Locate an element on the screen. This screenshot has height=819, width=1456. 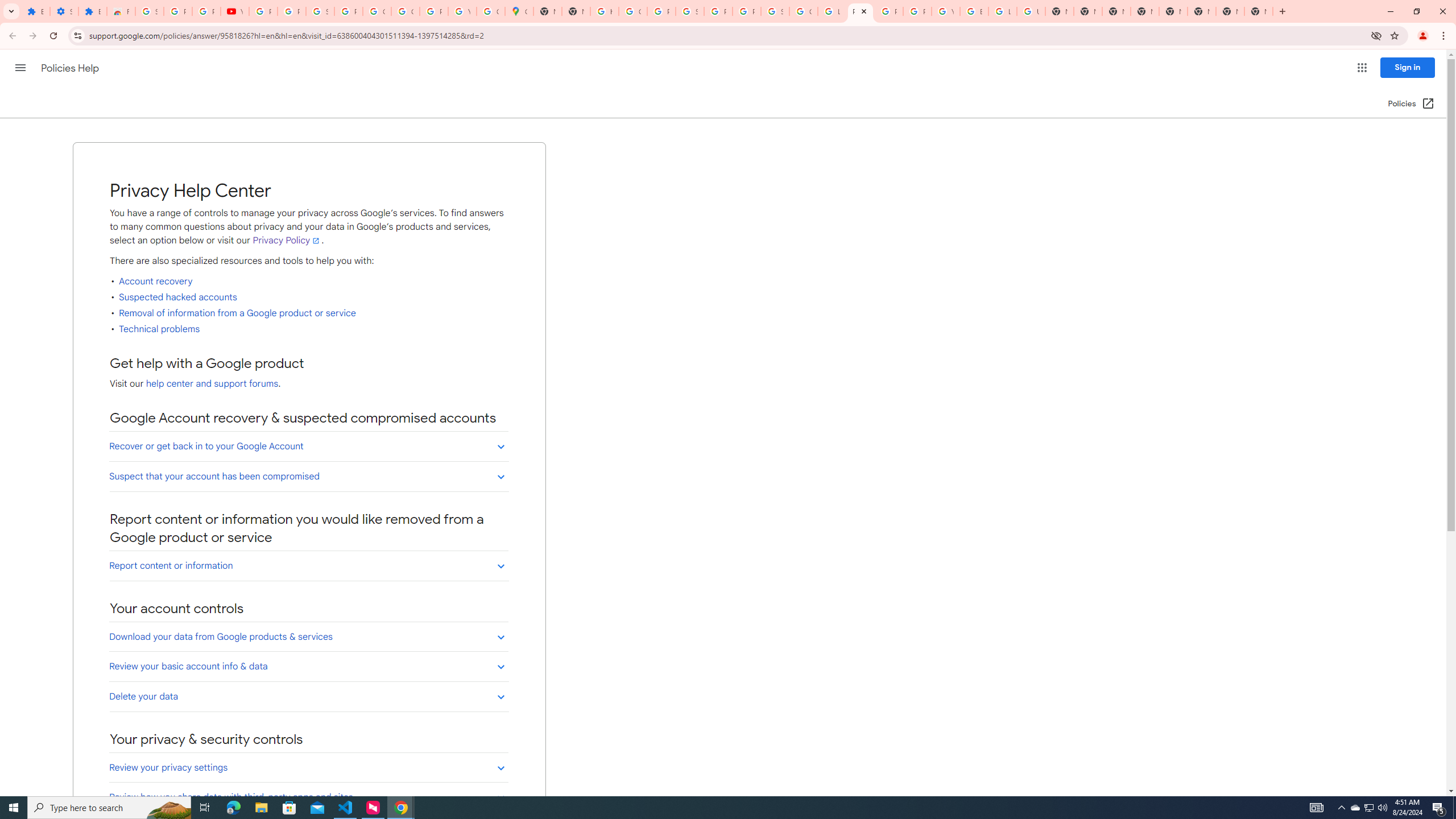
'Removal of information from a Google product or service' is located at coordinates (237, 313).